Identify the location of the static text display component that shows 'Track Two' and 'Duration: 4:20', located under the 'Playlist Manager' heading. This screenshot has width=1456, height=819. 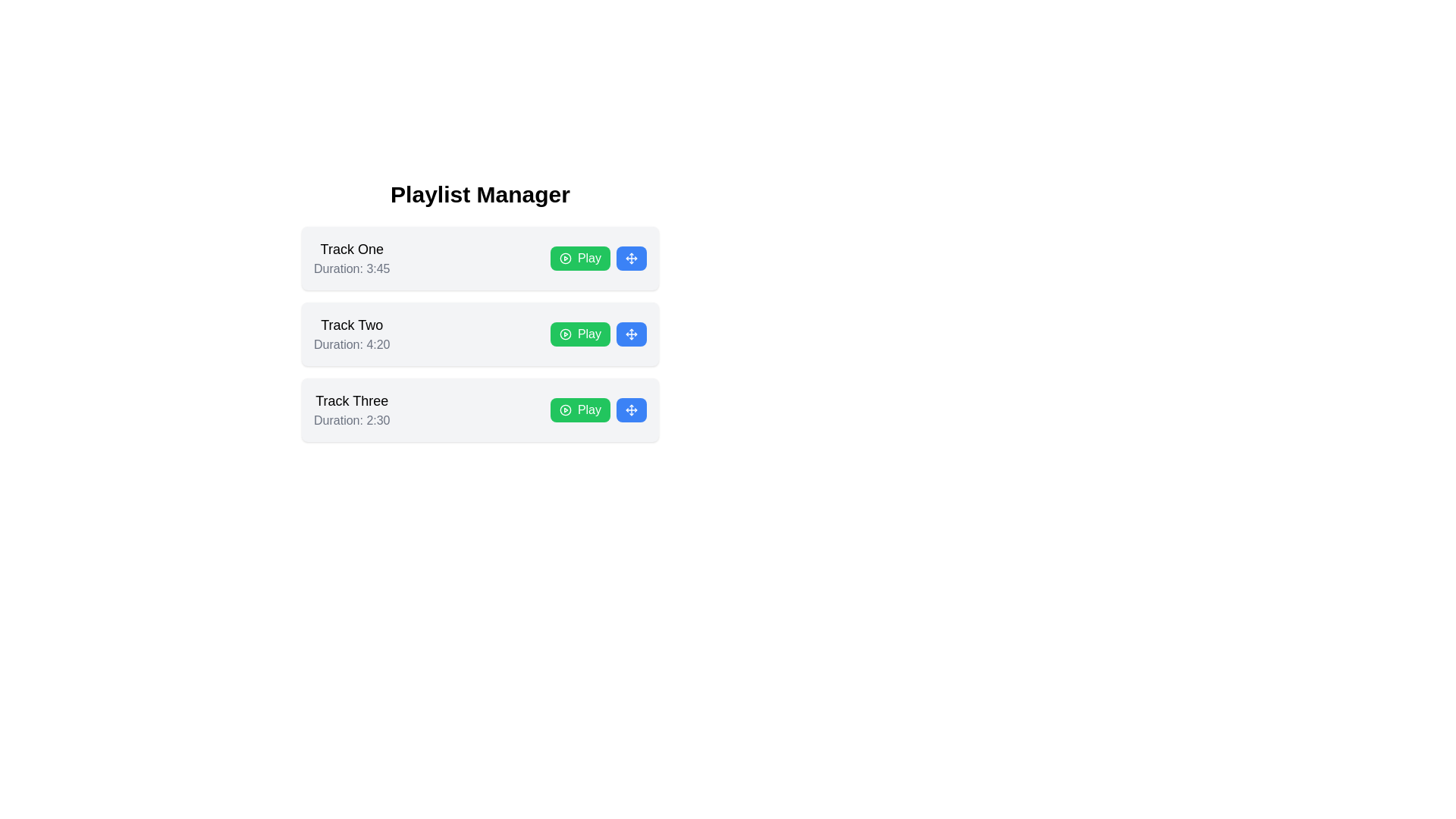
(351, 333).